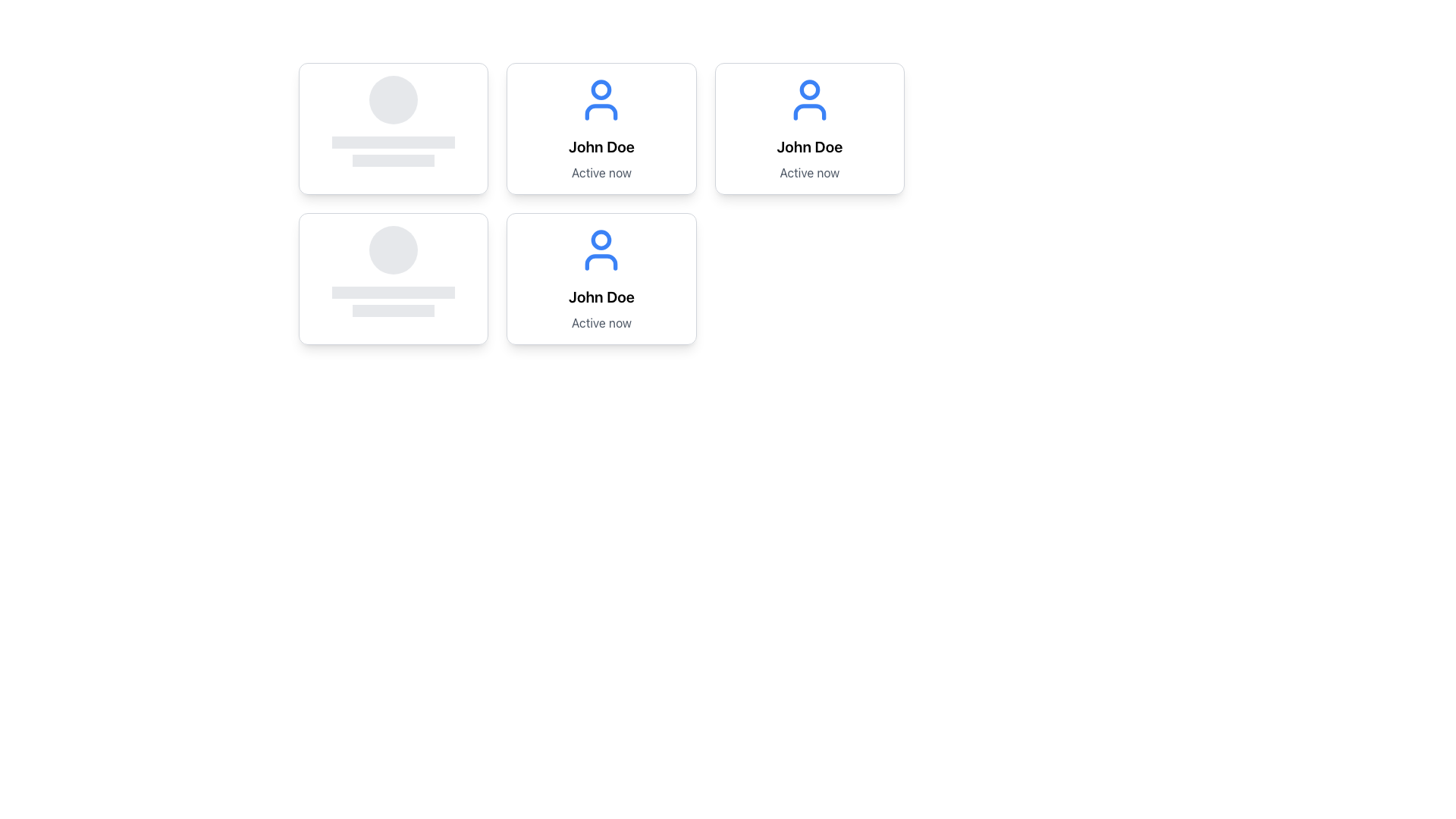 This screenshot has width=1456, height=819. What do you see at coordinates (808, 99) in the screenshot?
I see `the profile avatar icon located in the card labeled 'John Doe' with the subtitle 'Active now', positioned at the top and centered horizontally in the card` at bounding box center [808, 99].